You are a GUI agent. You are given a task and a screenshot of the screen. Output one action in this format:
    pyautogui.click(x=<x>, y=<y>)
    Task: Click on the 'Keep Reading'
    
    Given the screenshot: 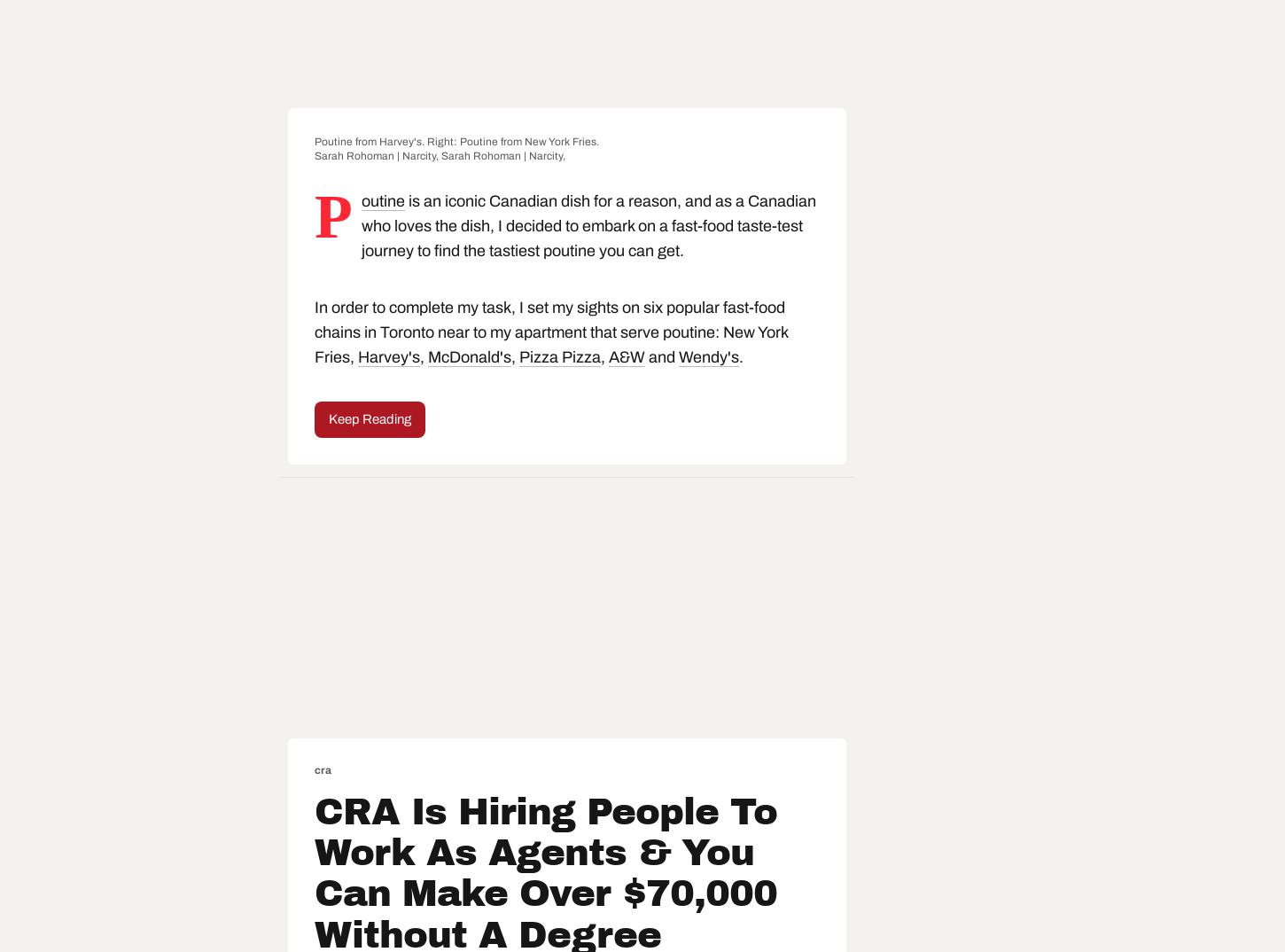 What is the action you would take?
    pyautogui.click(x=369, y=417)
    